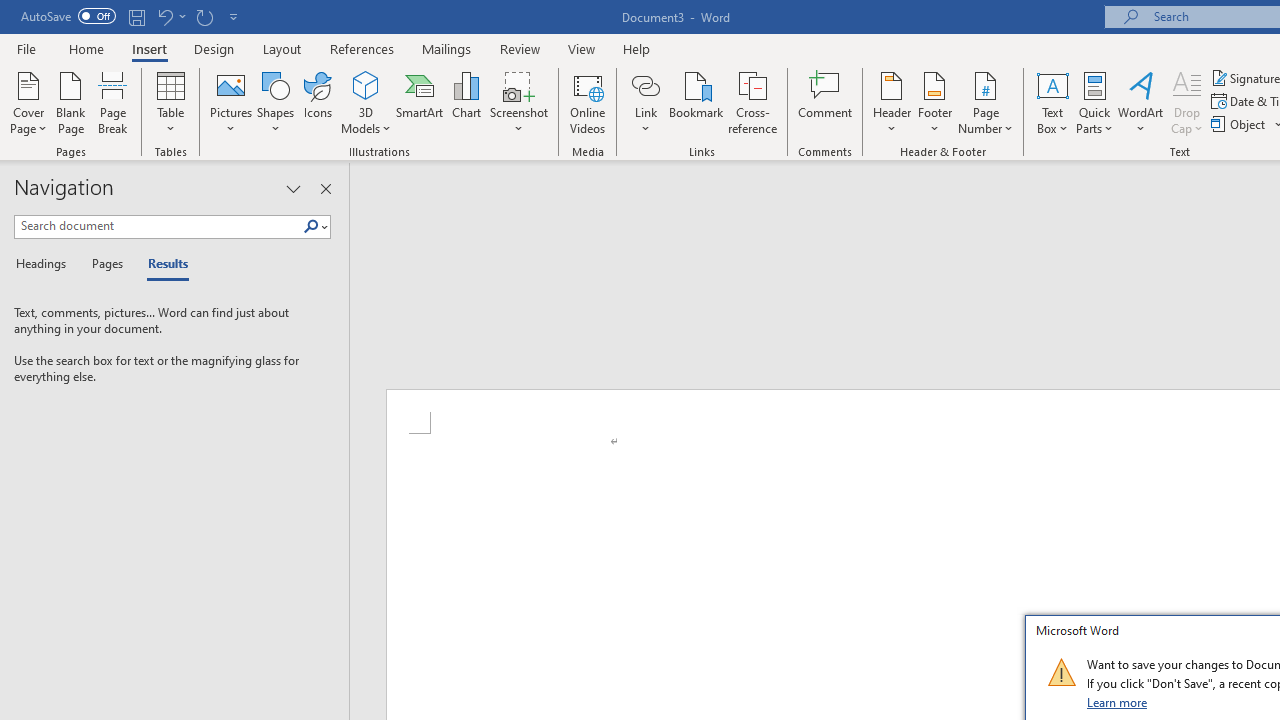  Describe the element at coordinates (645, 84) in the screenshot. I see `'Link'` at that location.